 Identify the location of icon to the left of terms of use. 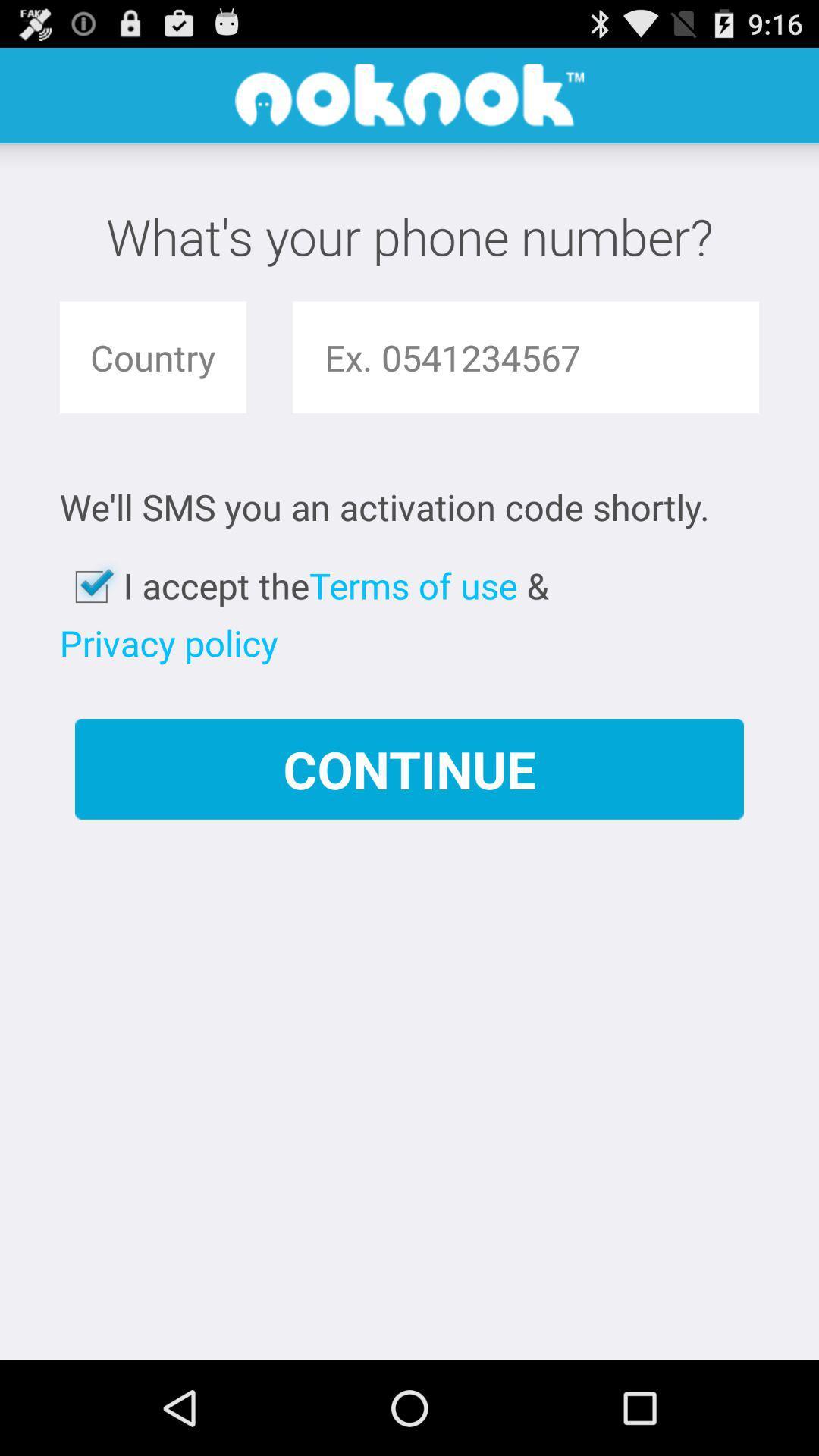
(168, 642).